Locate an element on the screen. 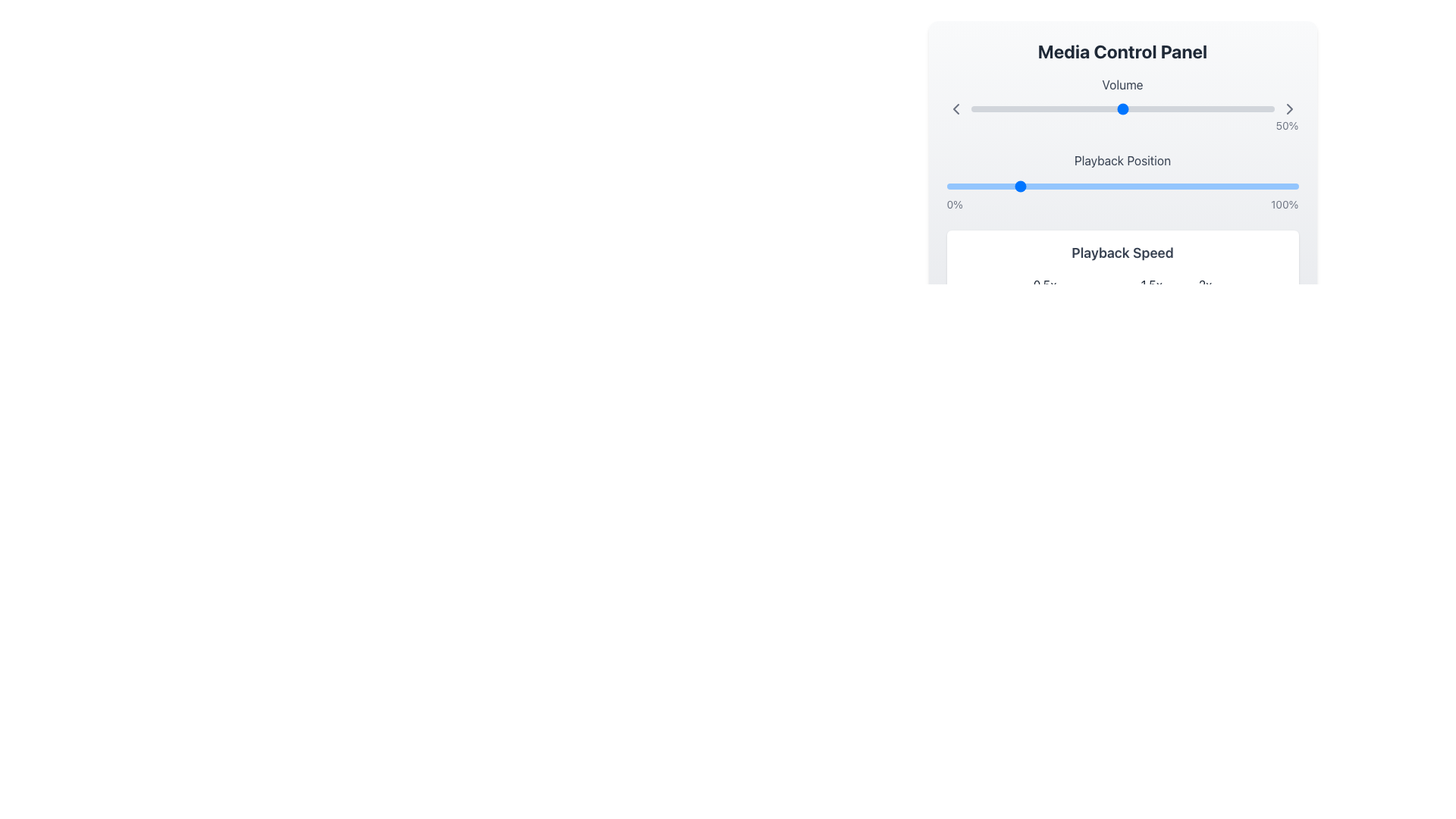  volume is located at coordinates (1131, 108).